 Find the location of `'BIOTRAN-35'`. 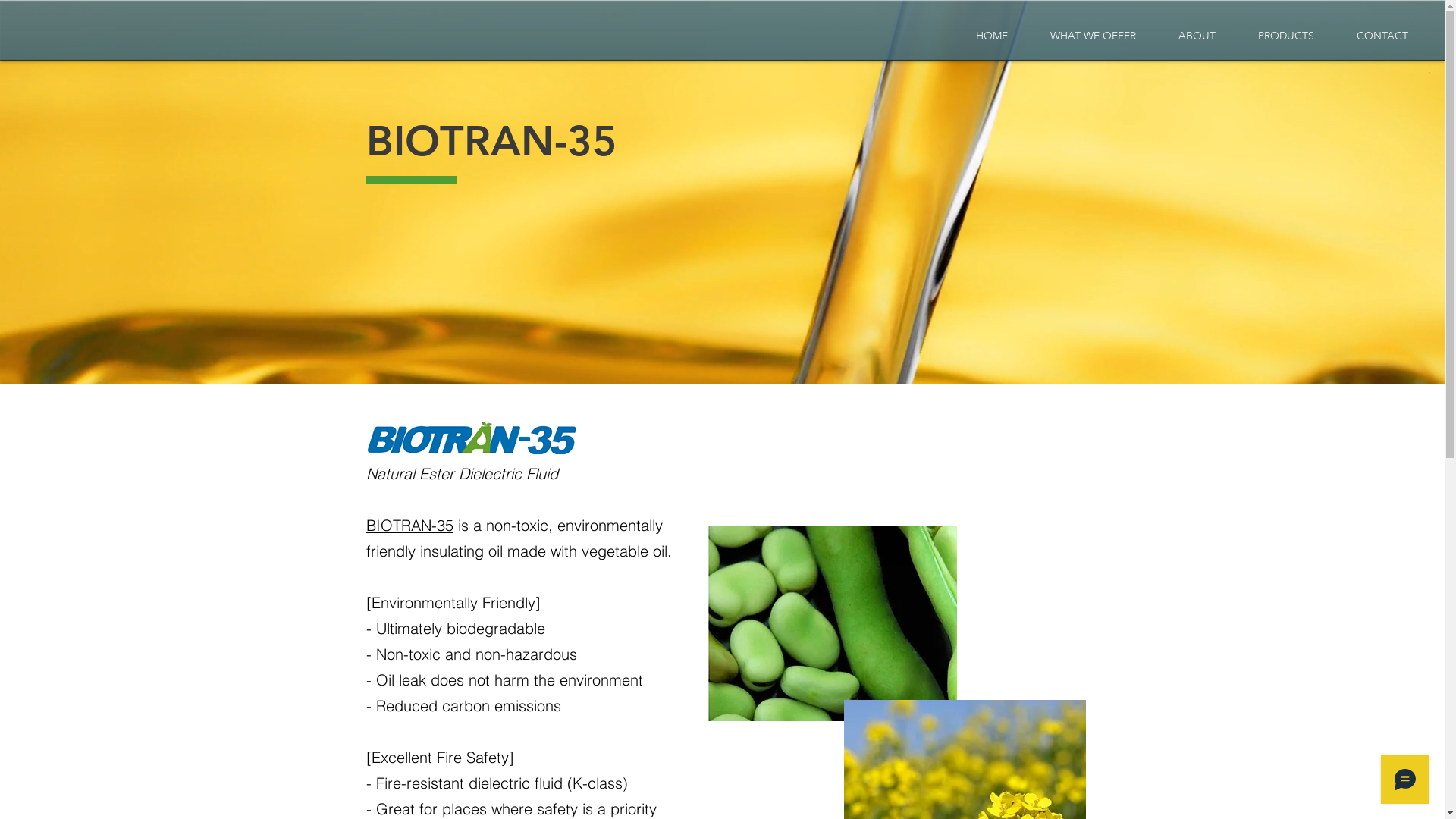

'BIOTRAN-35' is located at coordinates (409, 524).